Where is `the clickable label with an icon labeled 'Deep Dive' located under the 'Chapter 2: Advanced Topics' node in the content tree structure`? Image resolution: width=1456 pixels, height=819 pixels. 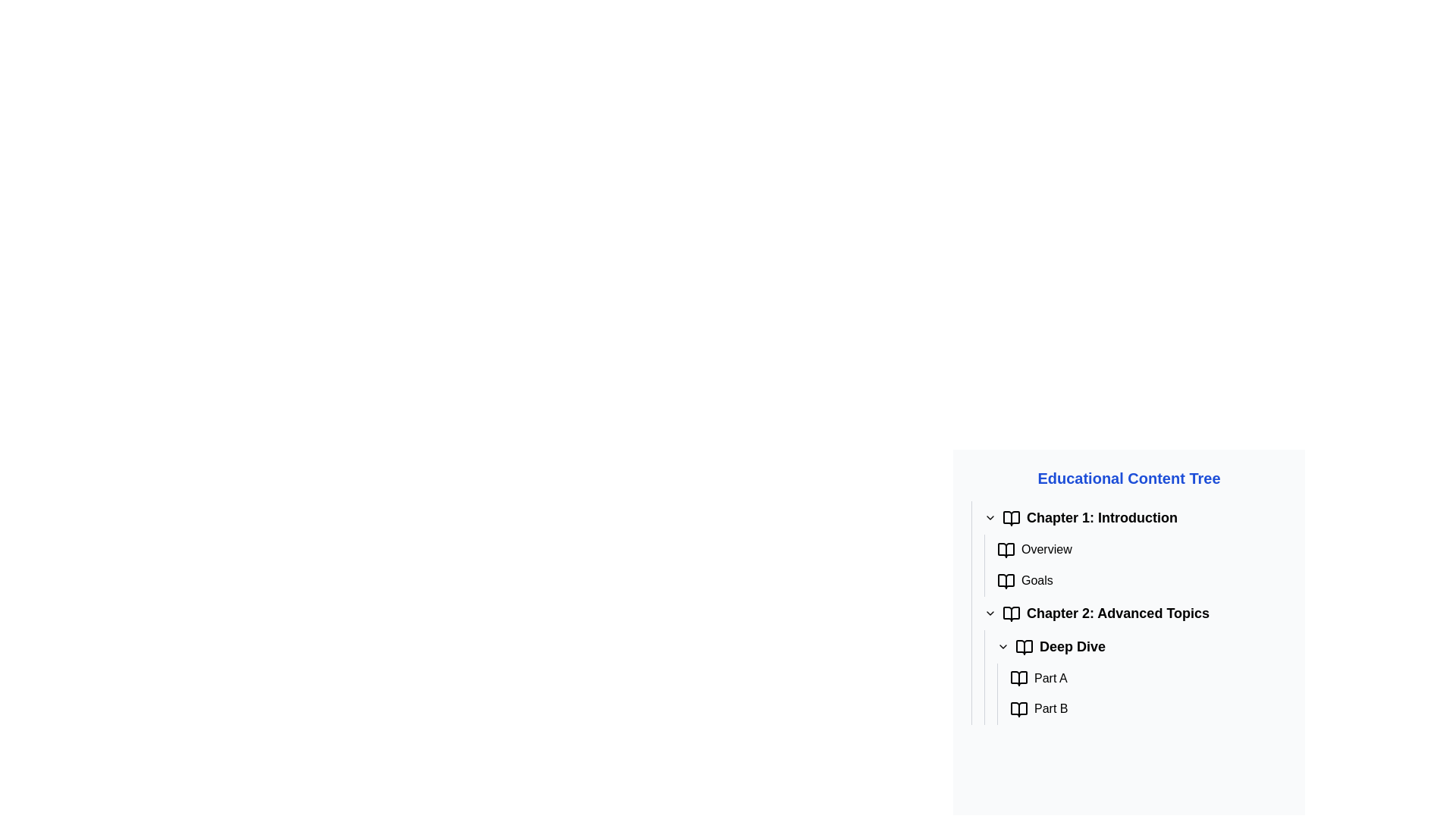
the clickable label with an icon labeled 'Deep Dive' located under the 'Chapter 2: Advanced Topics' node in the content tree structure is located at coordinates (1059, 646).